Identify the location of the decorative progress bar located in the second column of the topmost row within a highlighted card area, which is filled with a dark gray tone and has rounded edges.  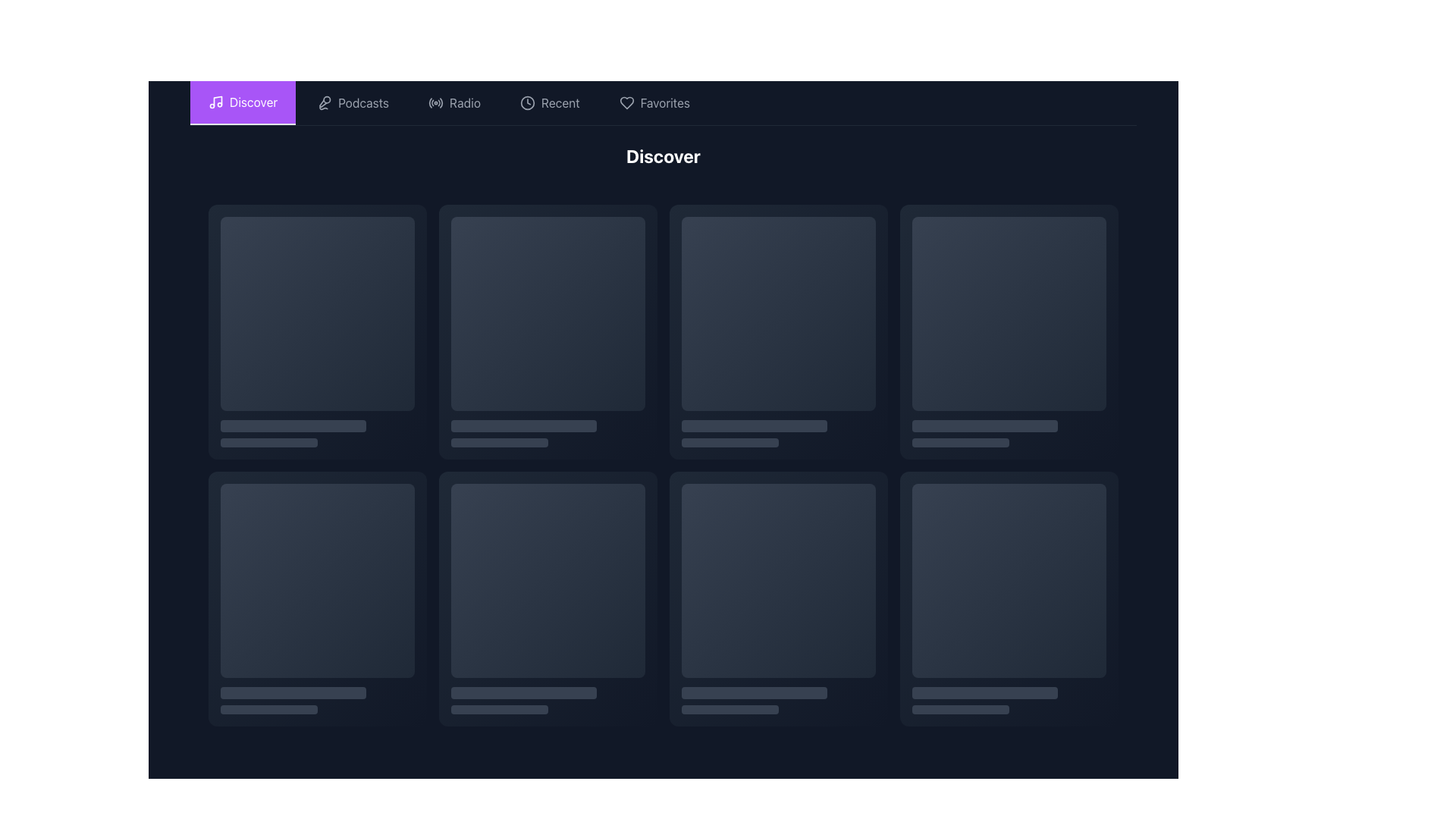
(730, 442).